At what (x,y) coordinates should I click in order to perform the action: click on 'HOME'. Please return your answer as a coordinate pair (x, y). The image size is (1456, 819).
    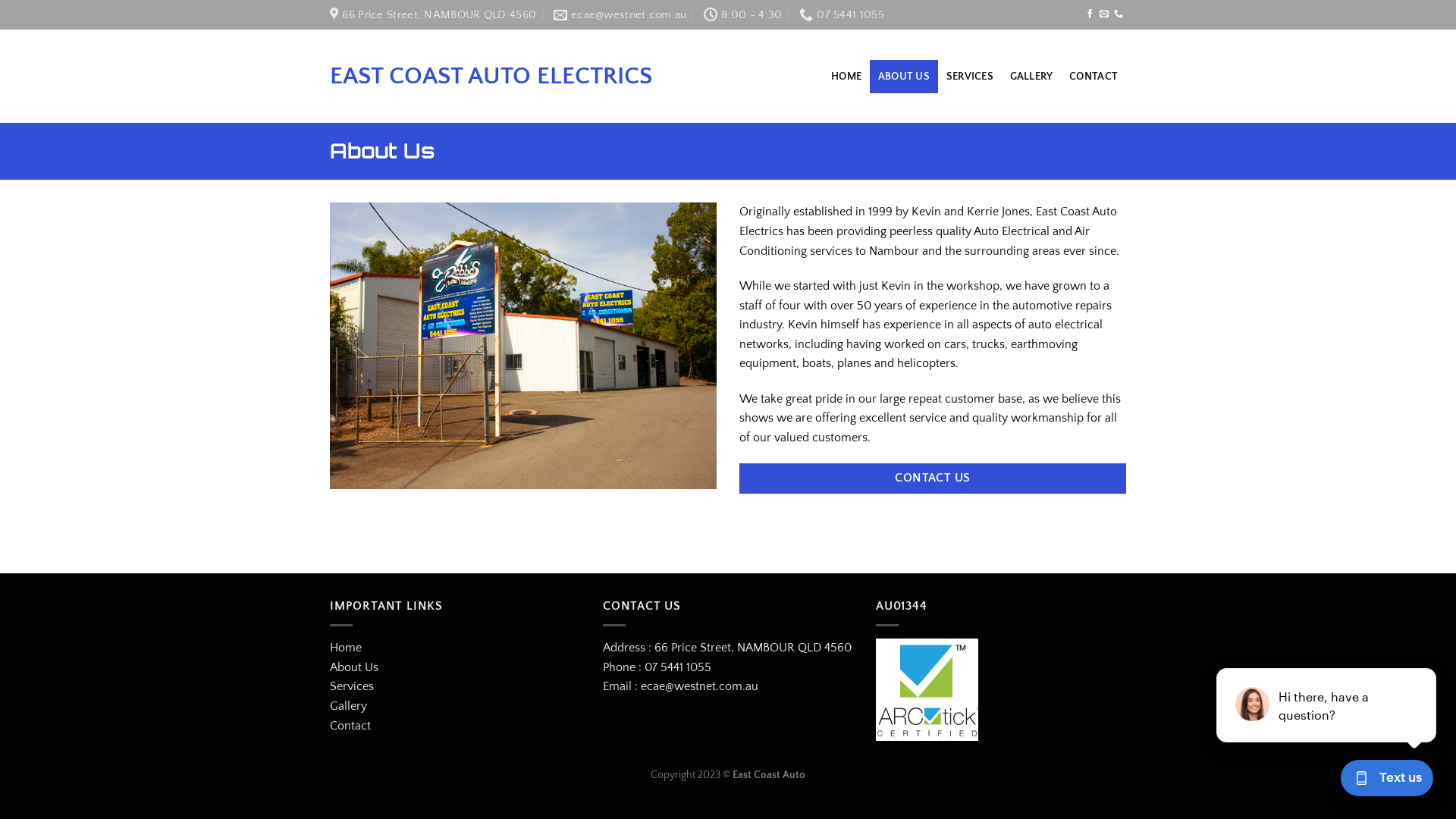
    Looking at the image, I should click on (821, 76).